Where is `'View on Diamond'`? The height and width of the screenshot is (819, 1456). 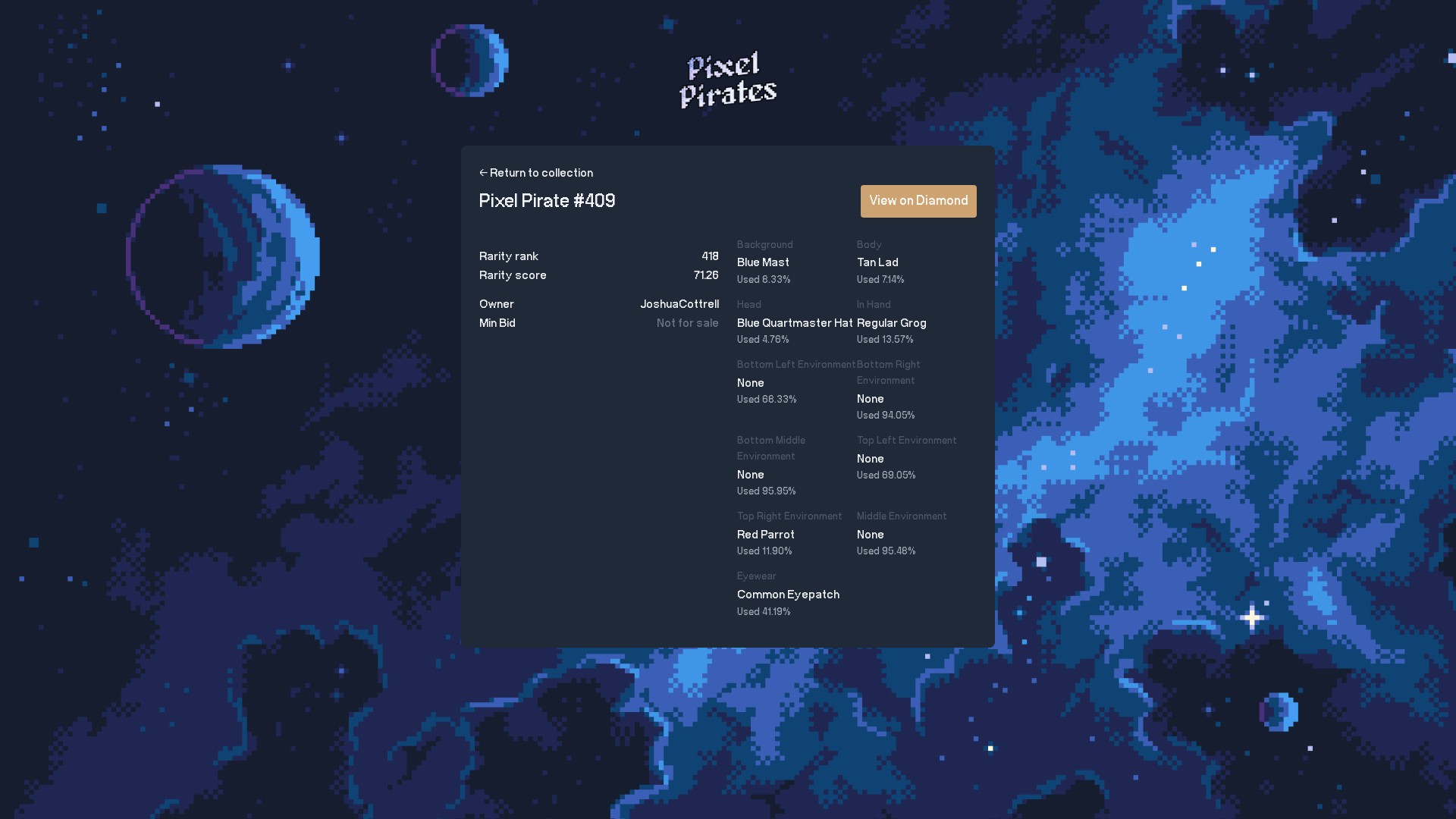 'View on Diamond' is located at coordinates (860, 200).